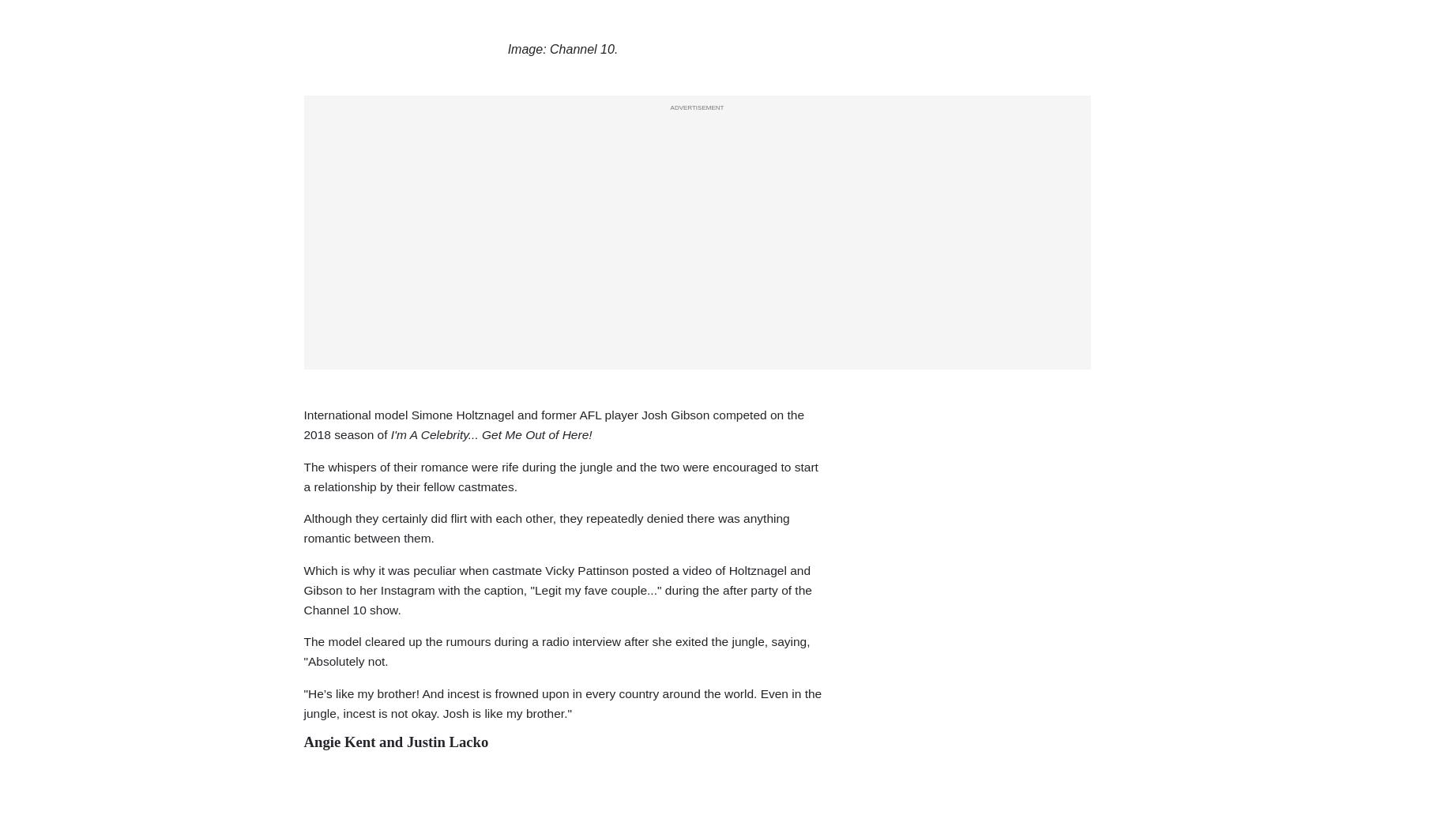 The height and width of the screenshot is (815, 1456). What do you see at coordinates (545, 528) in the screenshot?
I see `'Although they certainly did flirt with each other, they repeatedly denied there was anything romantic between them.'` at bounding box center [545, 528].